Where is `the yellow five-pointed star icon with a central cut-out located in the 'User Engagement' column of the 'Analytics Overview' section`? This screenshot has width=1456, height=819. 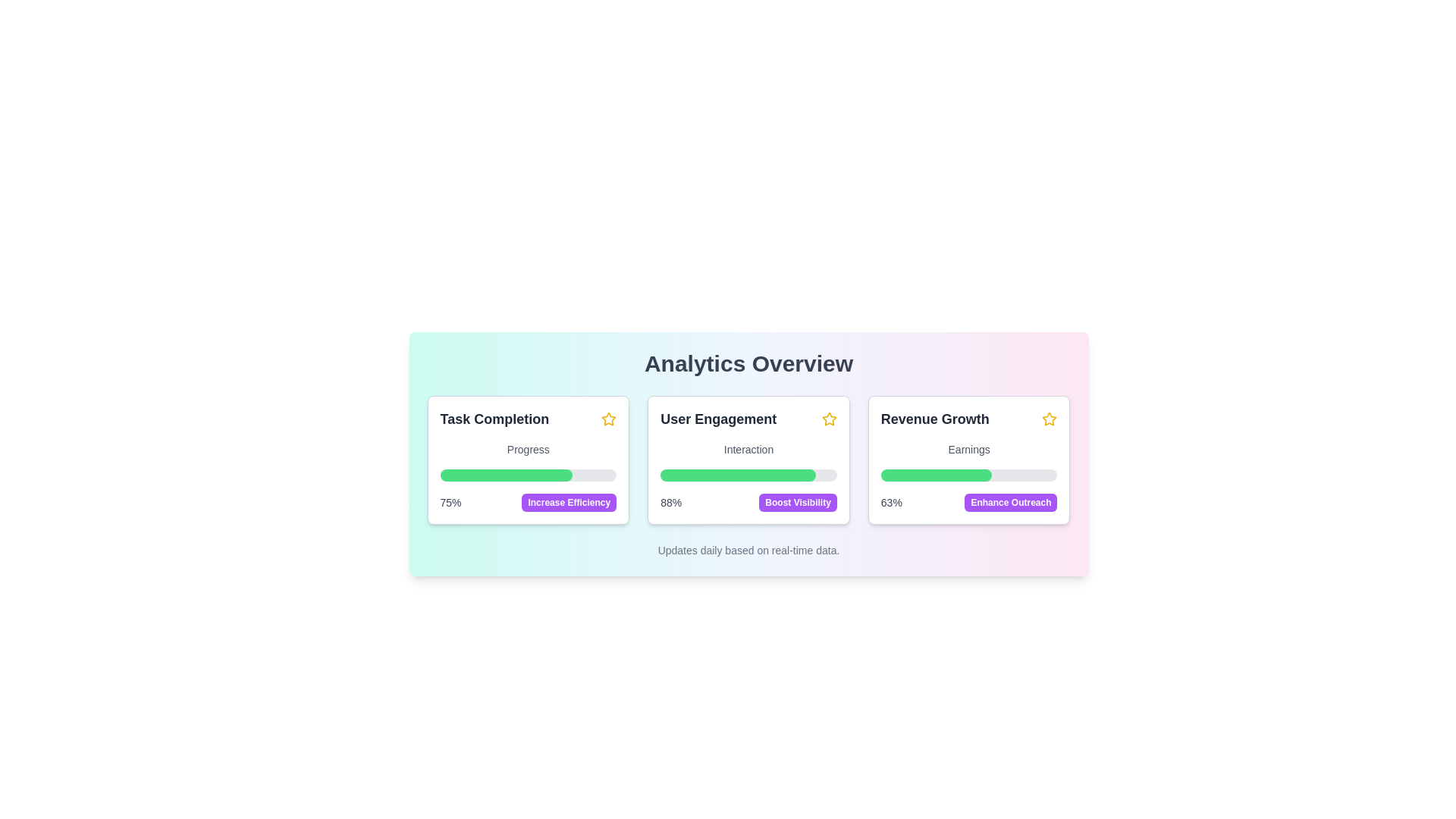
the yellow five-pointed star icon with a central cut-out located in the 'User Engagement' column of the 'Analytics Overview' section is located at coordinates (609, 419).